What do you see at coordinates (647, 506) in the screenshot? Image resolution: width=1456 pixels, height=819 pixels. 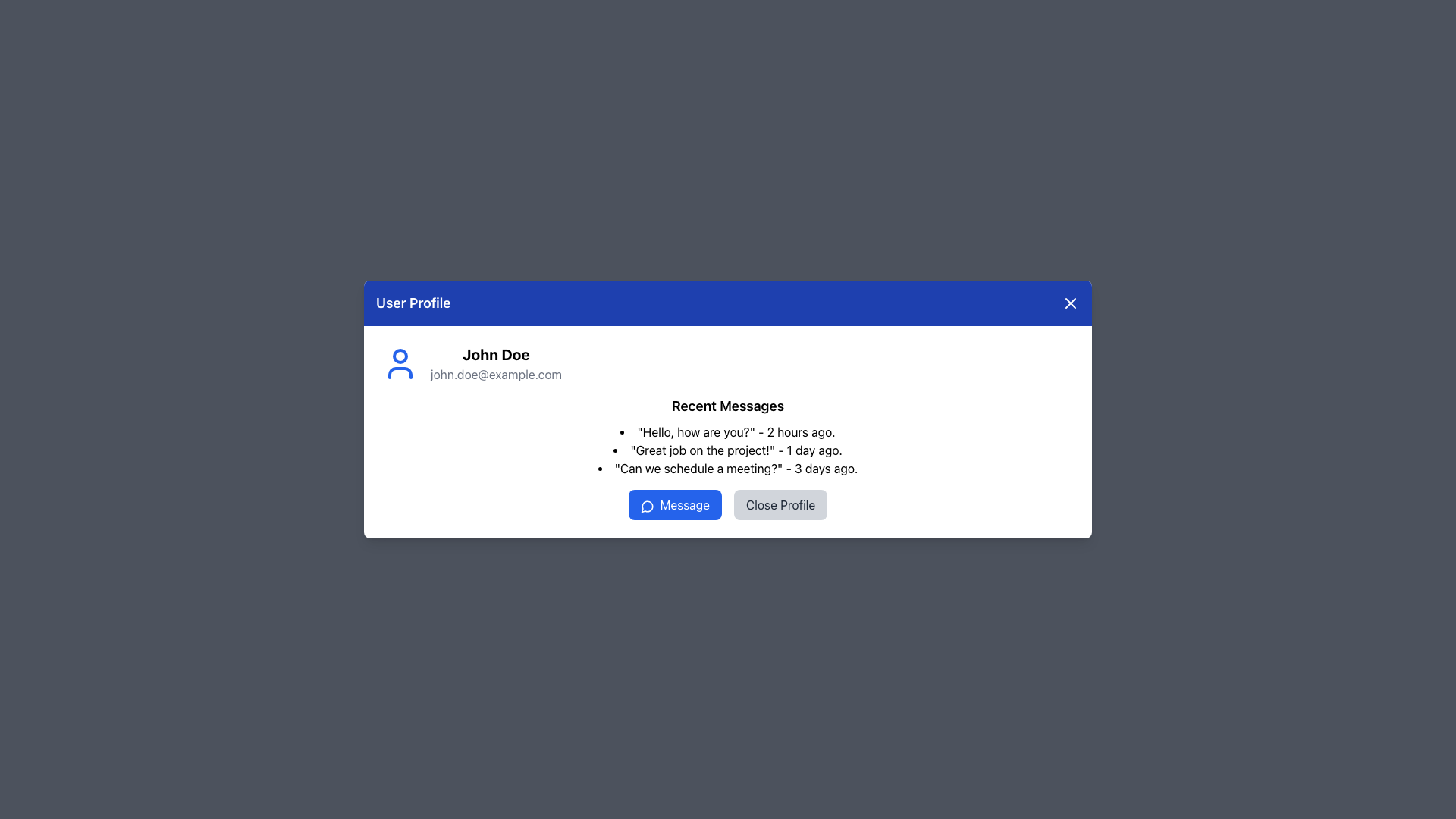 I see `the small circular messaging icon outlined with a blue stroke, located to the left of the text 'Message' in the blue button at the bottom of the user profile interface` at bounding box center [647, 506].